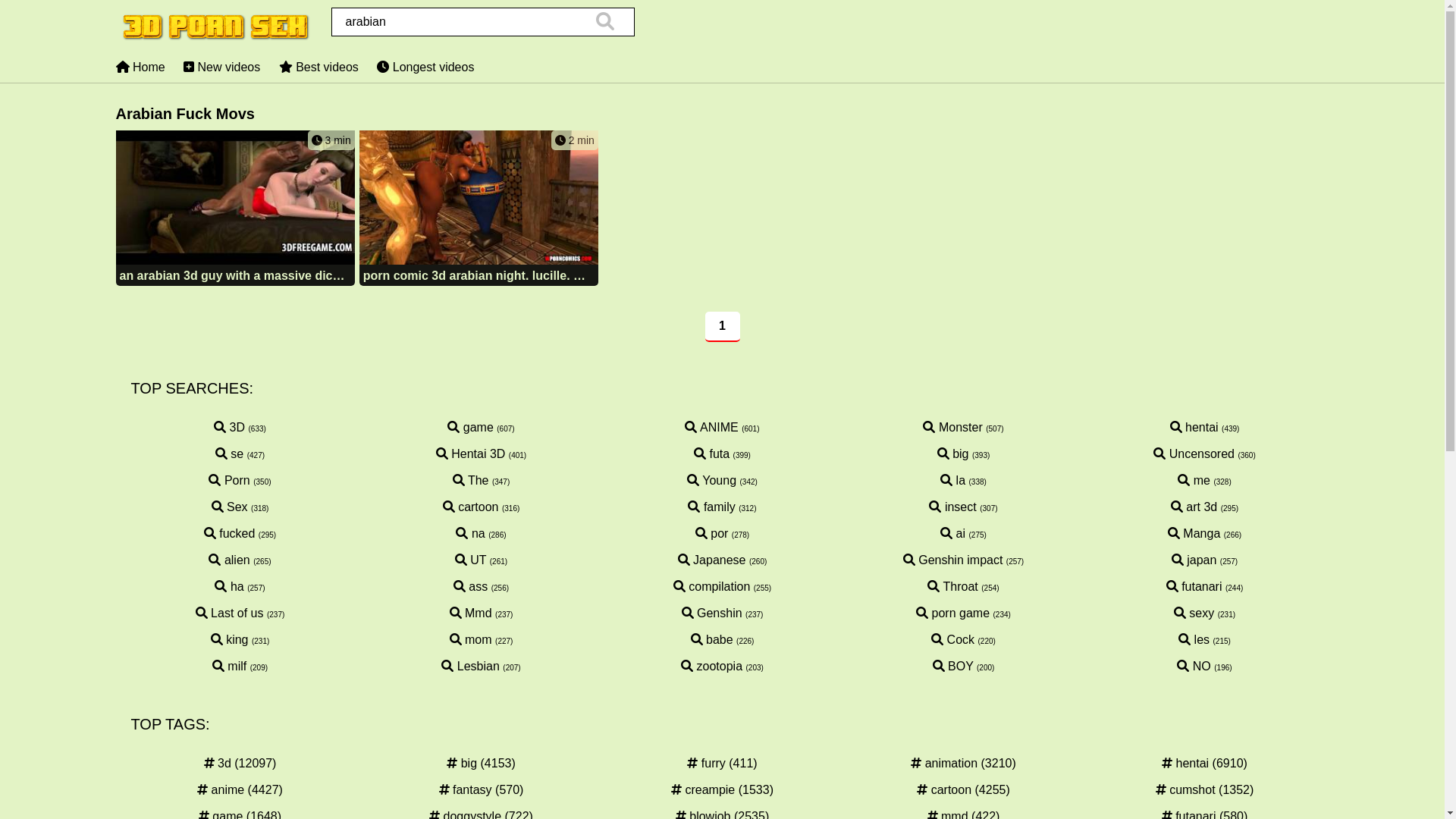 The height and width of the screenshot is (819, 1456). What do you see at coordinates (207, 560) in the screenshot?
I see `'alien'` at bounding box center [207, 560].